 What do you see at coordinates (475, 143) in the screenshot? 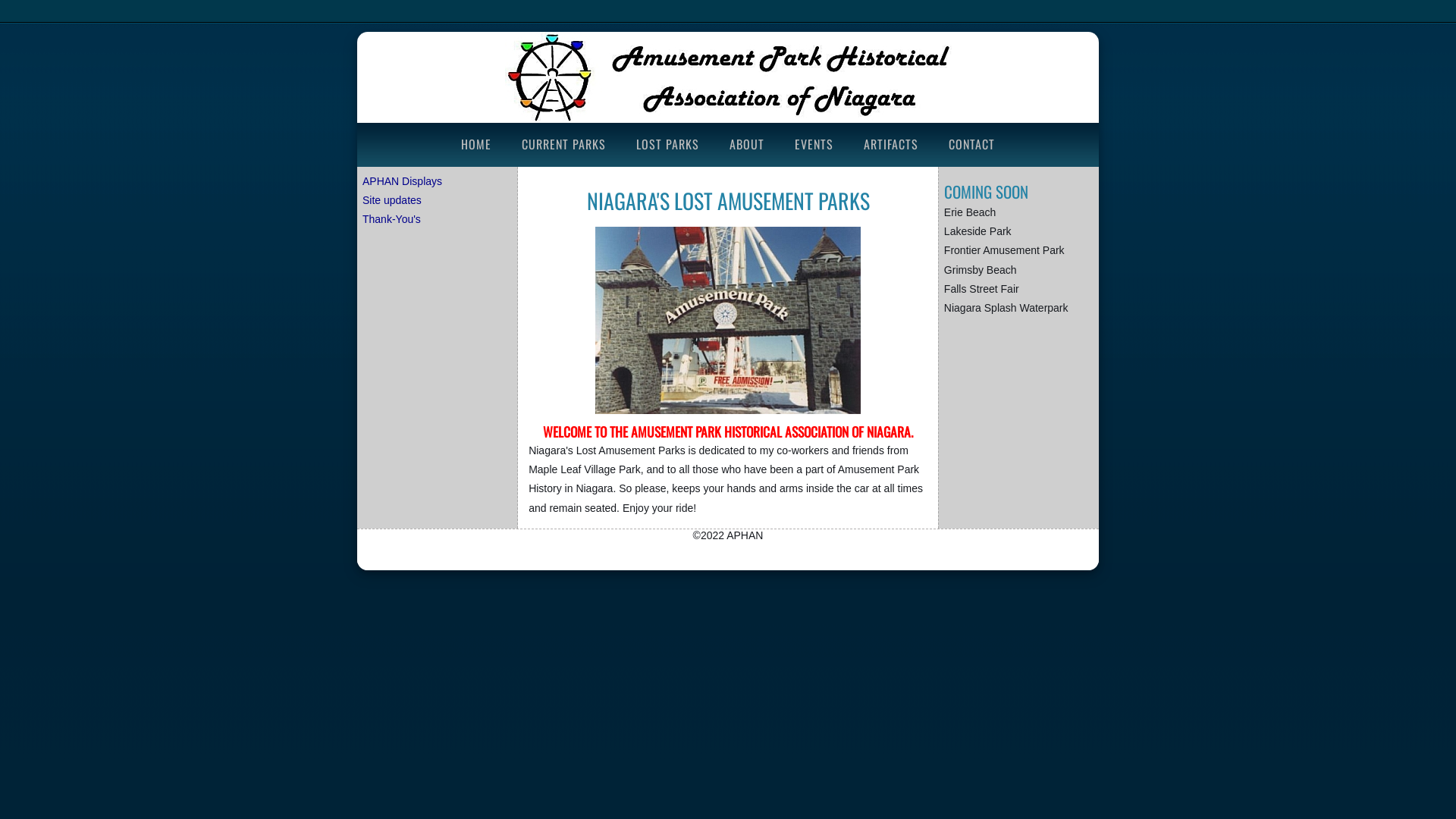
I see `'HOME'` at bounding box center [475, 143].